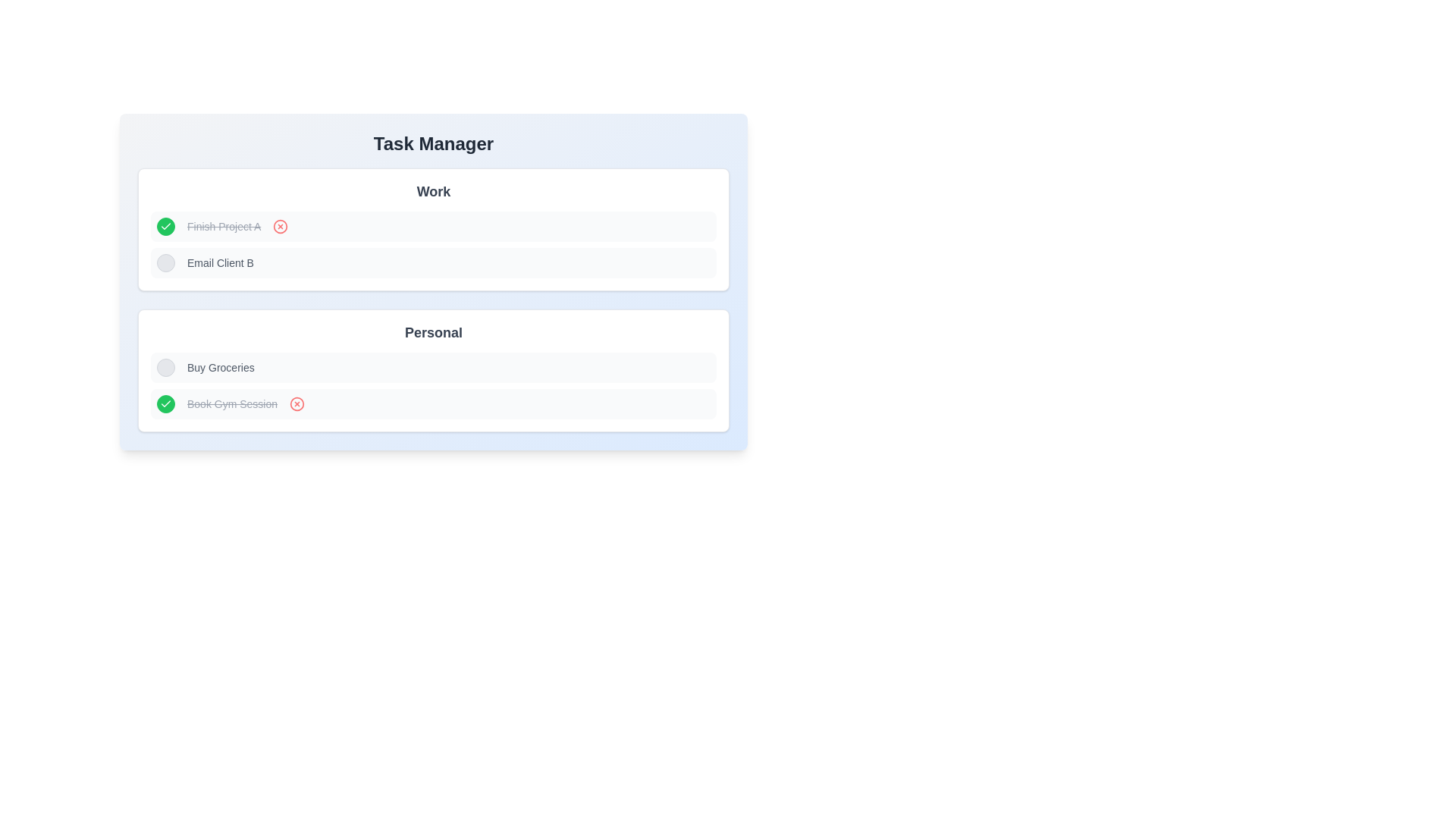 Image resolution: width=1456 pixels, height=819 pixels. Describe the element at coordinates (432, 262) in the screenshot. I see `the task item labeled 'Email Client B' in the 'Work' section of the task management interface` at that location.